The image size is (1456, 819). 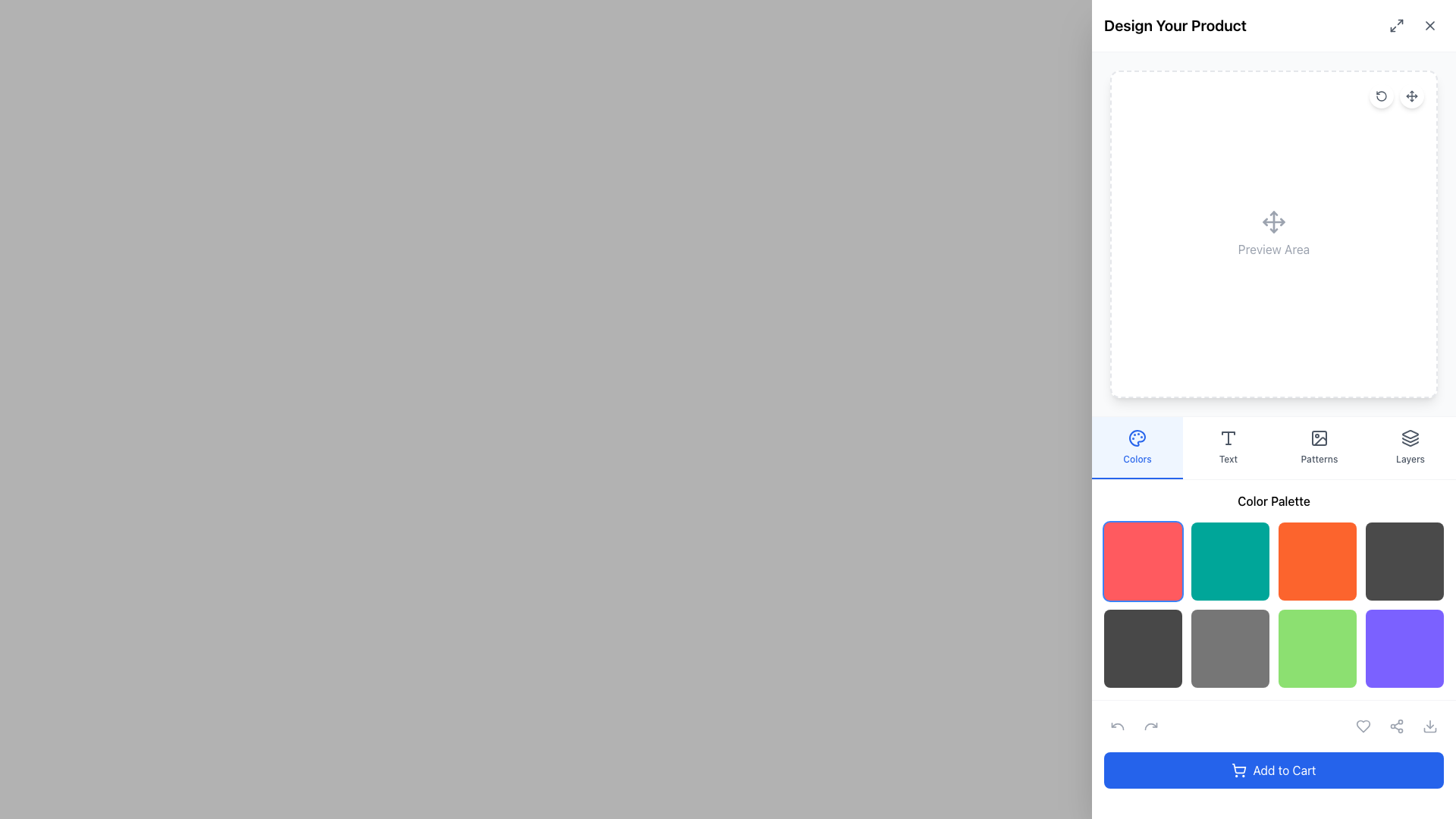 What do you see at coordinates (1429, 730) in the screenshot?
I see `the graphic element representing the download icon, located in the bottom-right corner of the visible interface, which is the first component of the 'download' icon's SVG elements` at bounding box center [1429, 730].